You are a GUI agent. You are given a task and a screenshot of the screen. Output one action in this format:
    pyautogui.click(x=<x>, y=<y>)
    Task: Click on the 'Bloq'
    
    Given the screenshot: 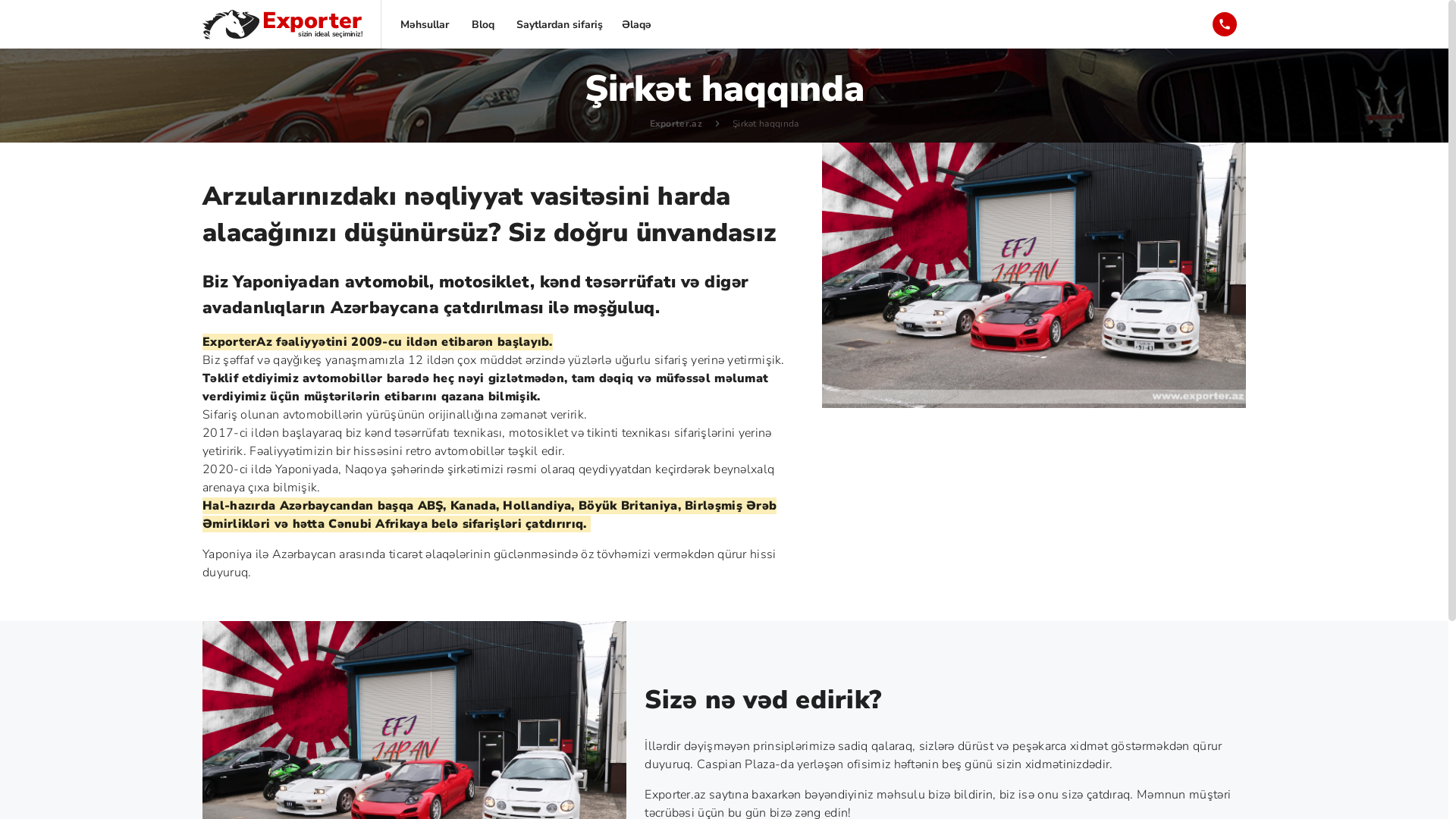 What is the action you would take?
    pyautogui.click(x=457, y=24)
    